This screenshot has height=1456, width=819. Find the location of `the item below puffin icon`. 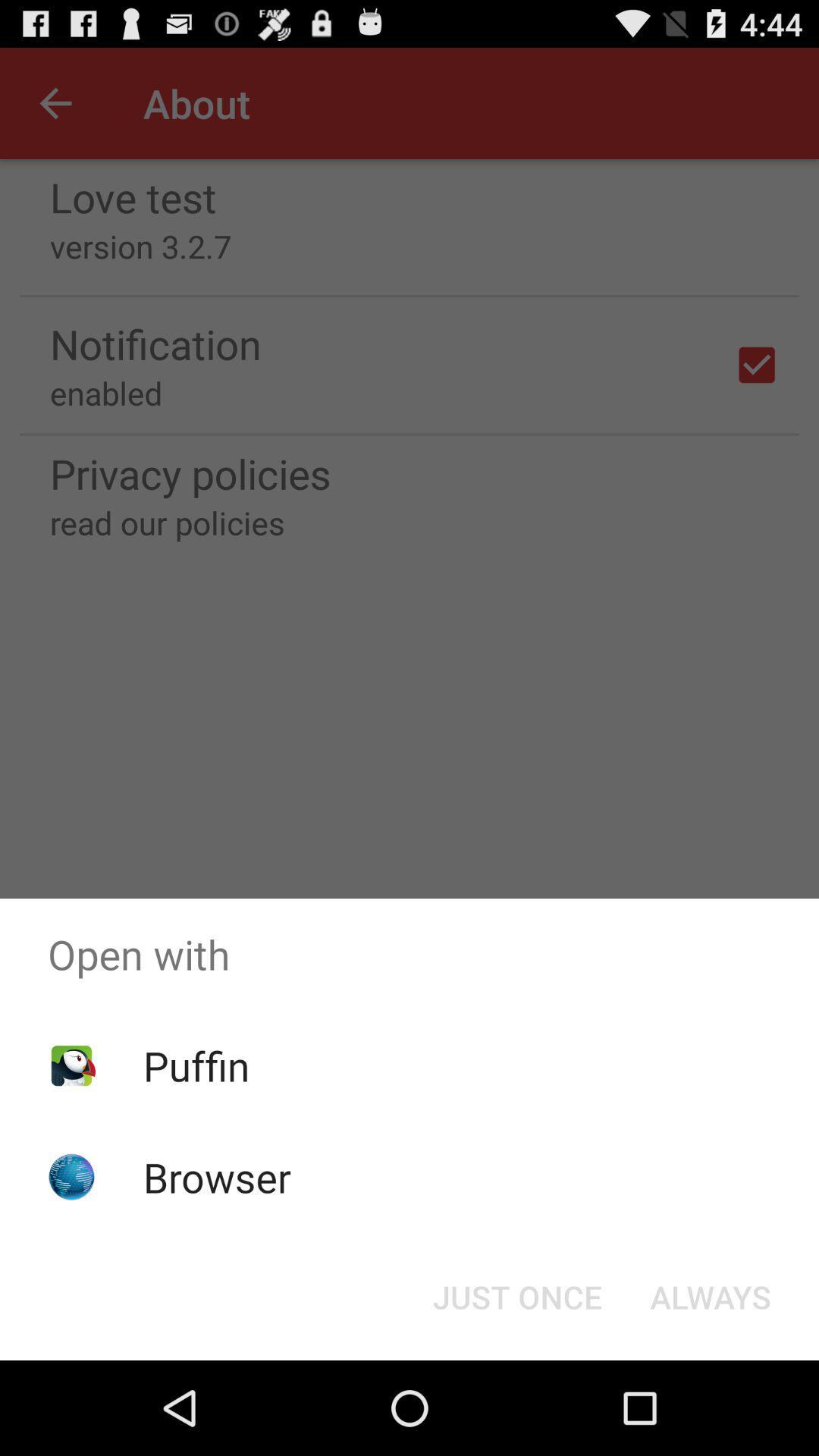

the item below puffin icon is located at coordinates (217, 1176).